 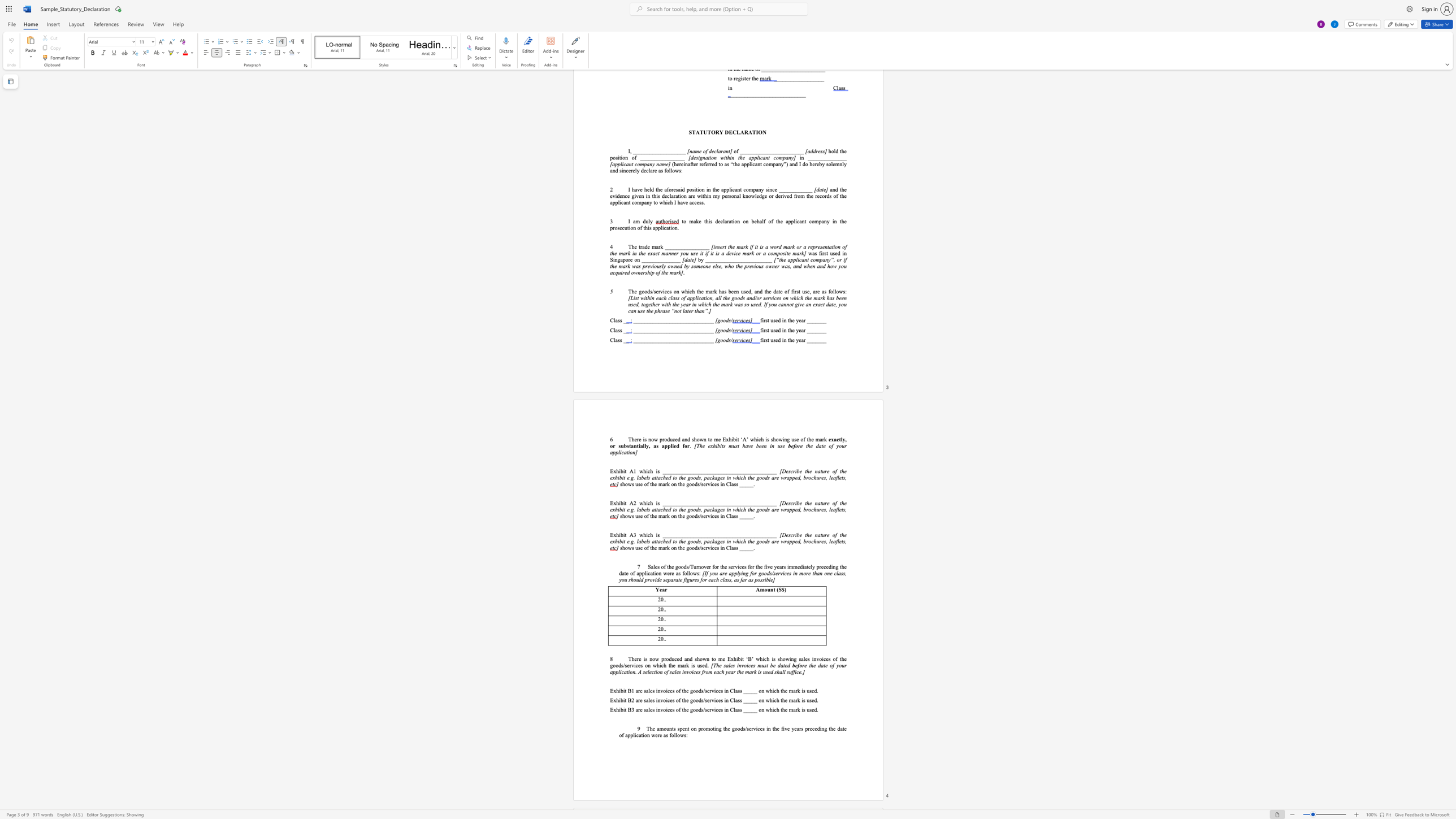 What do you see at coordinates (782, 691) in the screenshot?
I see `the subset text "he ma" within the text "Exhibit B1 are sales invoices of the goods/services in Class _____ on which the mark is used."` at bounding box center [782, 691].